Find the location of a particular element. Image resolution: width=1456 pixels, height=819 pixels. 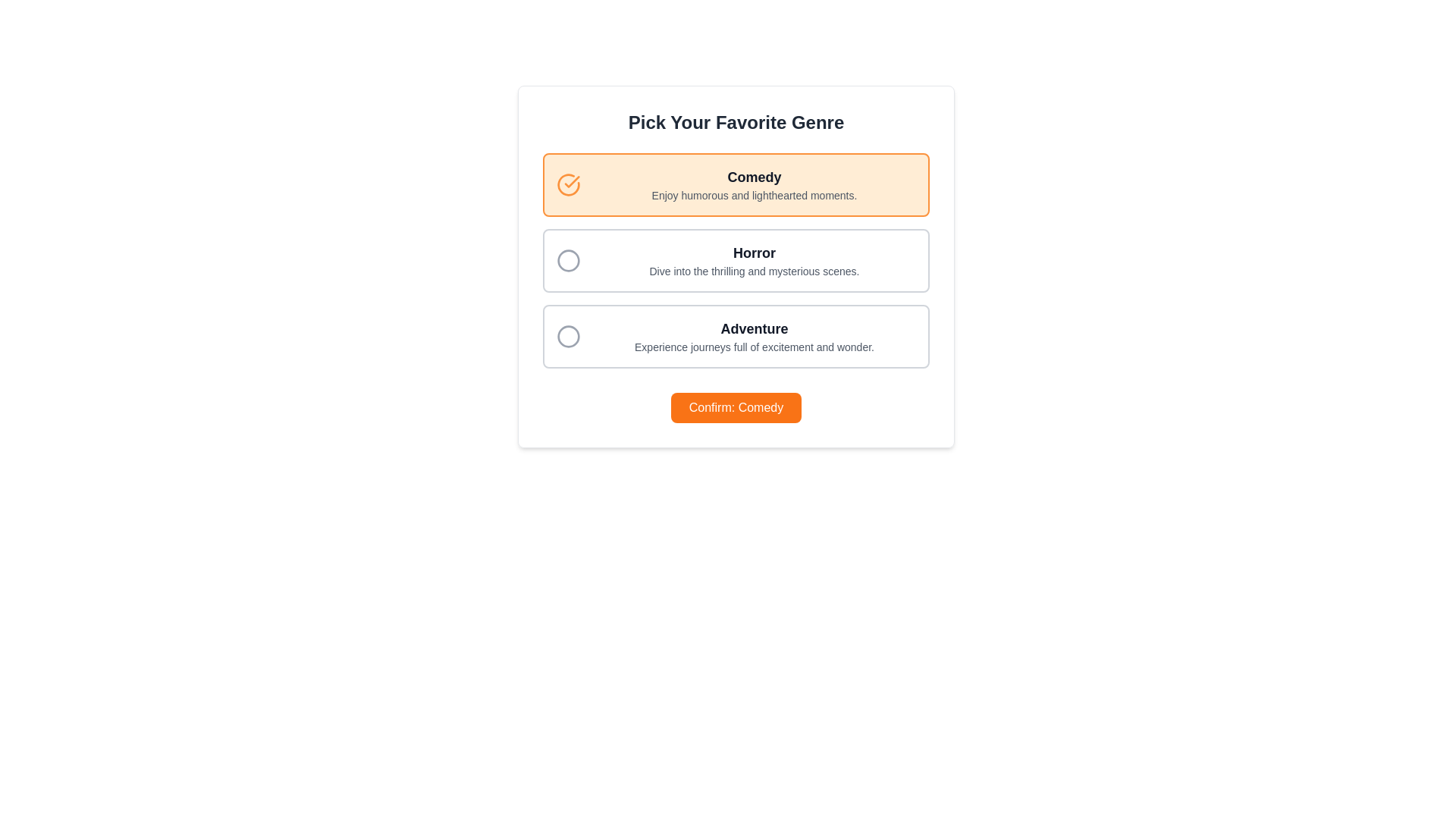

around the 'Horror' text label is located at coordinates (754, 259).